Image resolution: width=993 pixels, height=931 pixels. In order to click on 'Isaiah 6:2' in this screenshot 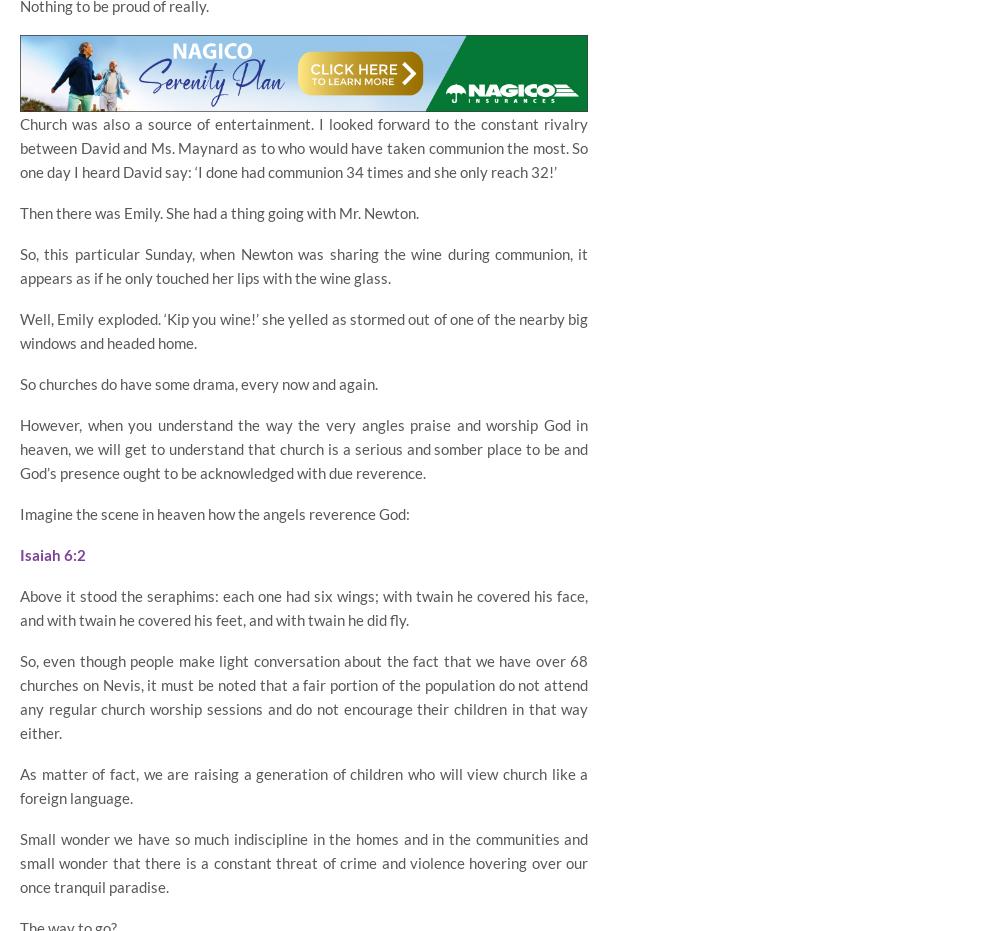, I will do `click(53, 553)`.